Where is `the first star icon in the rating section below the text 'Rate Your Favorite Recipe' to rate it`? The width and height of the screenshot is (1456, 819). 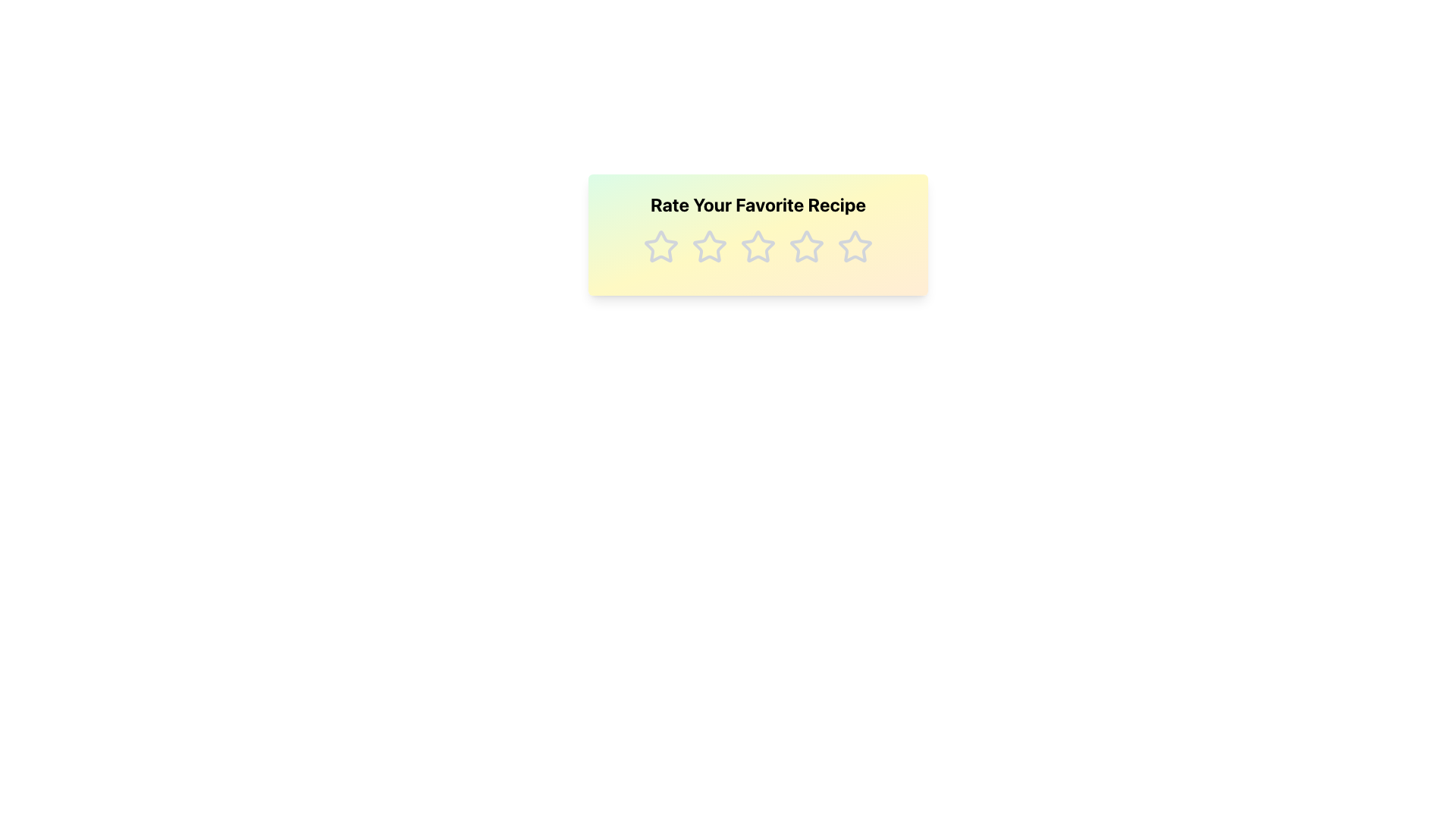
the first star icon in the rating section below the text 'Rate Your Favorite Recipe' to rate it is located at coordinates (661, 246).